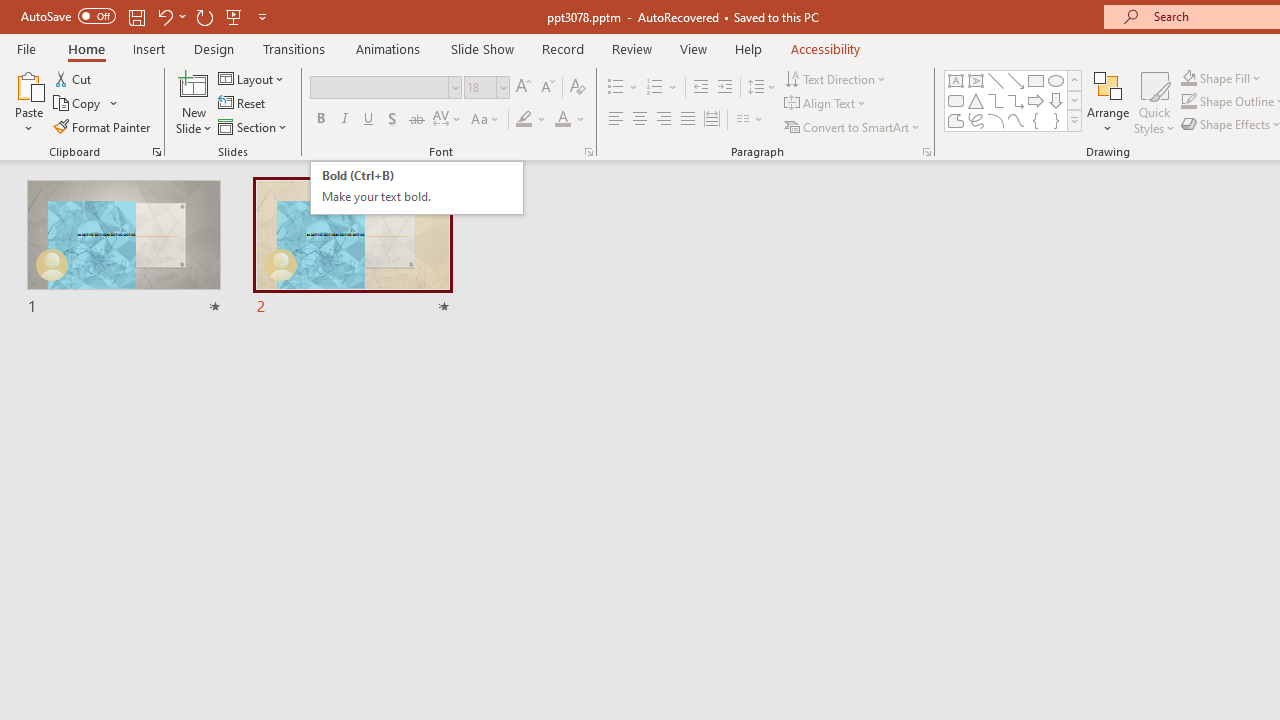  Describe the element at coordinates (1016, 100) in the screenshot. I see `'Connector: Elbow Arrow'` at that location.